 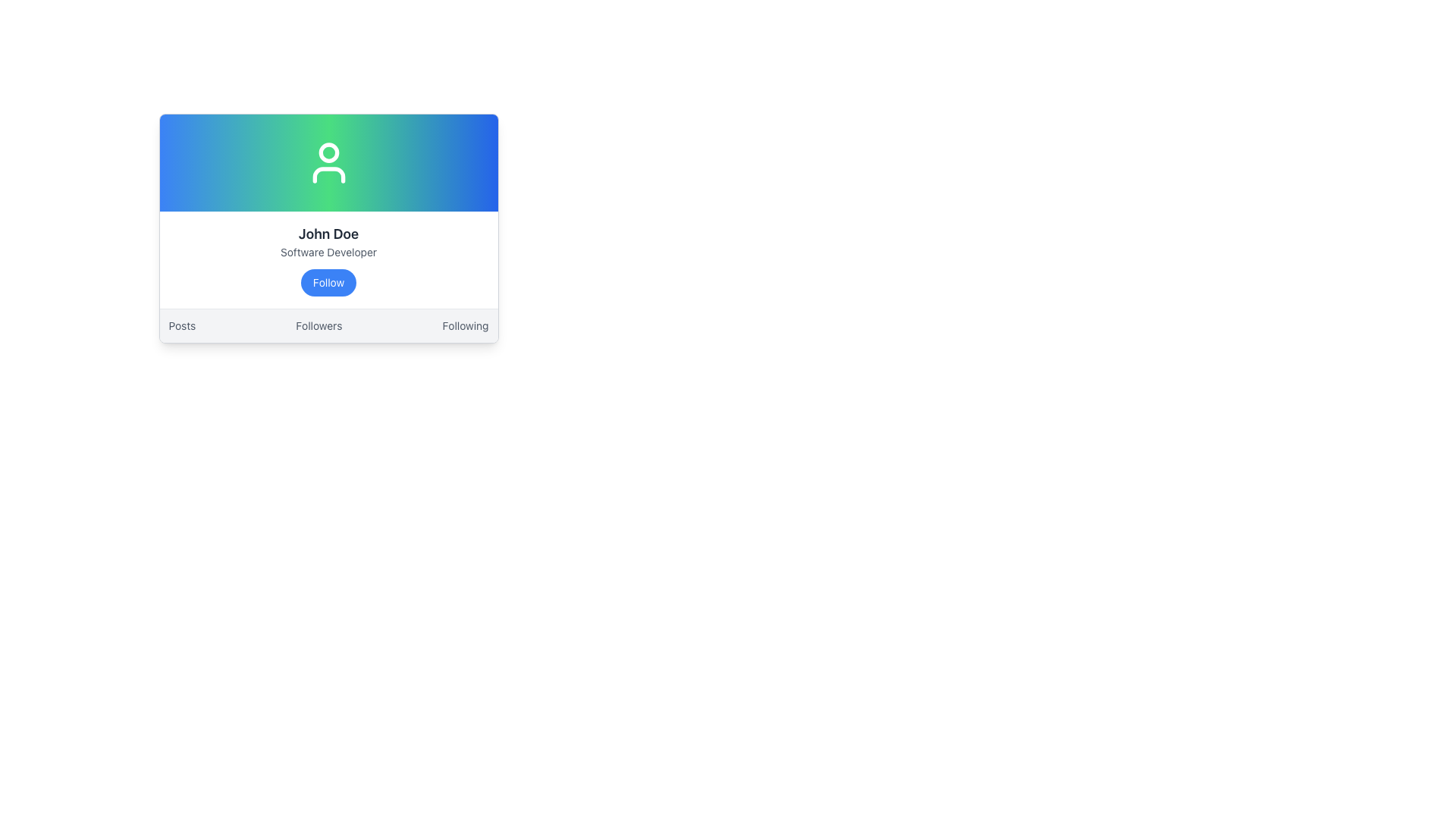 I want to click on the 'Following' hyperlink located on the far right of the horizontal navigation bar at the bottom of the card, so click(x=465, y=325).